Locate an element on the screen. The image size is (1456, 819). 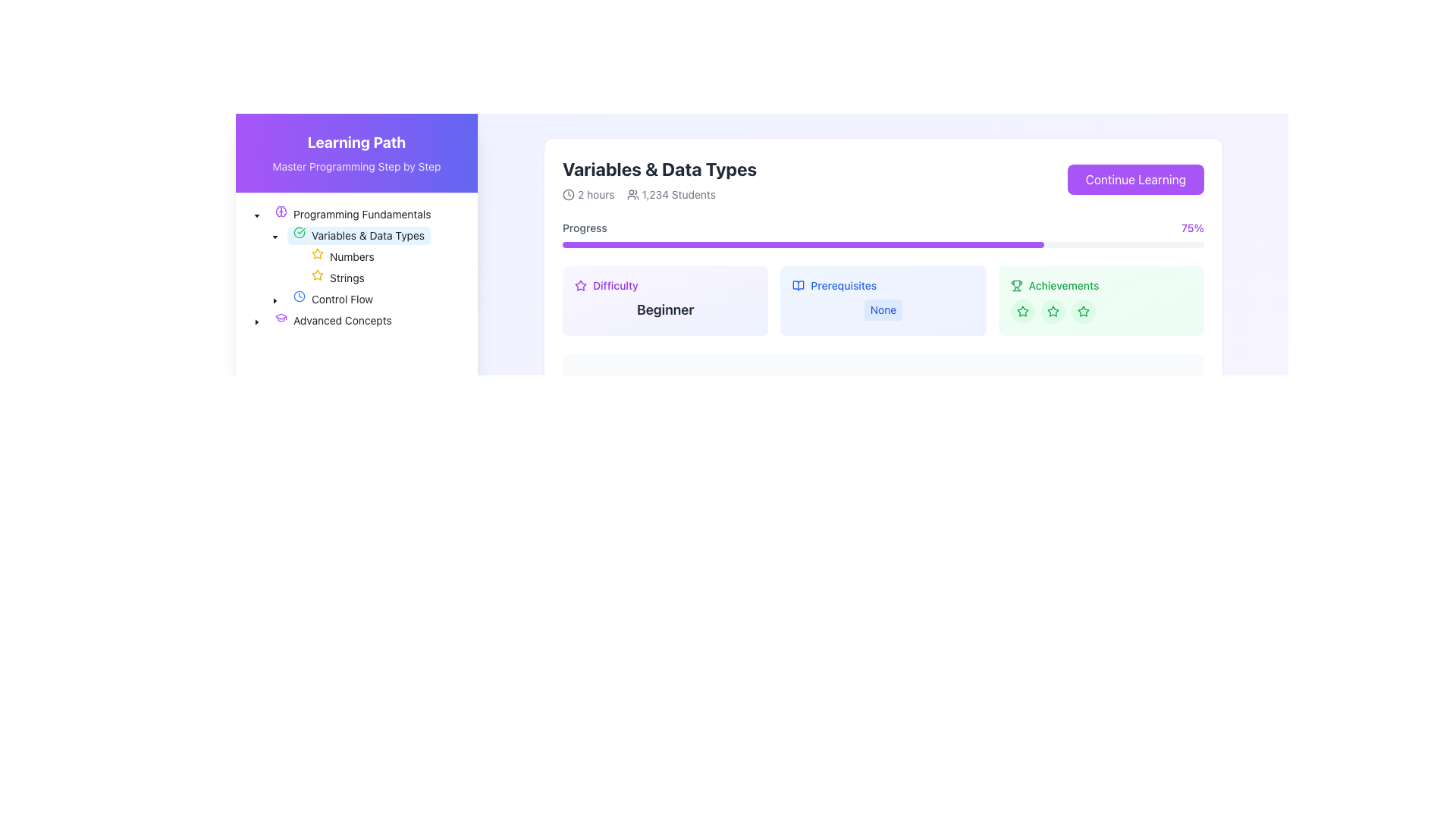
the green-outlined star icon indicator in the Achievements section, which is the first among three similar circular elements near the progress bar is located at coordinates (1022, 311).